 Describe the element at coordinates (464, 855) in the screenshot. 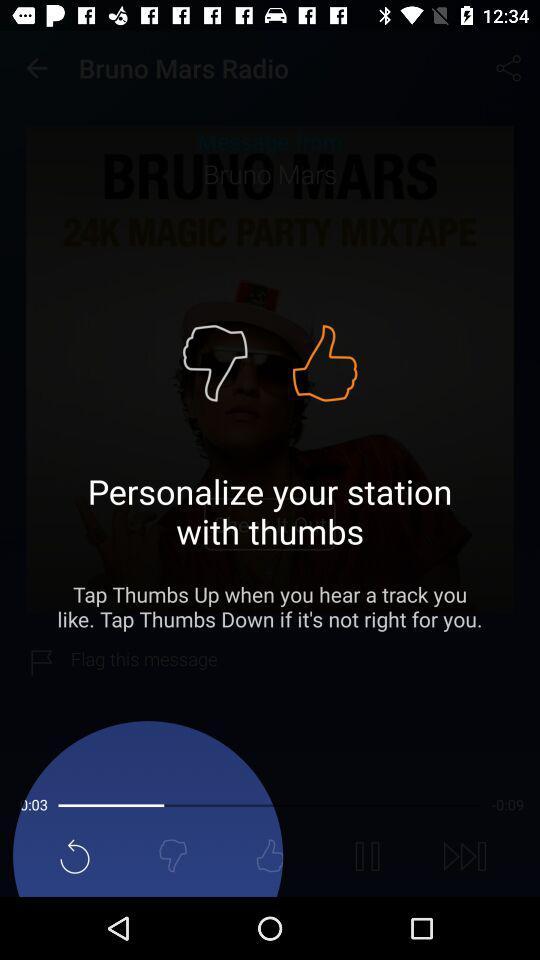

I see `the skip_next icon` at that location.